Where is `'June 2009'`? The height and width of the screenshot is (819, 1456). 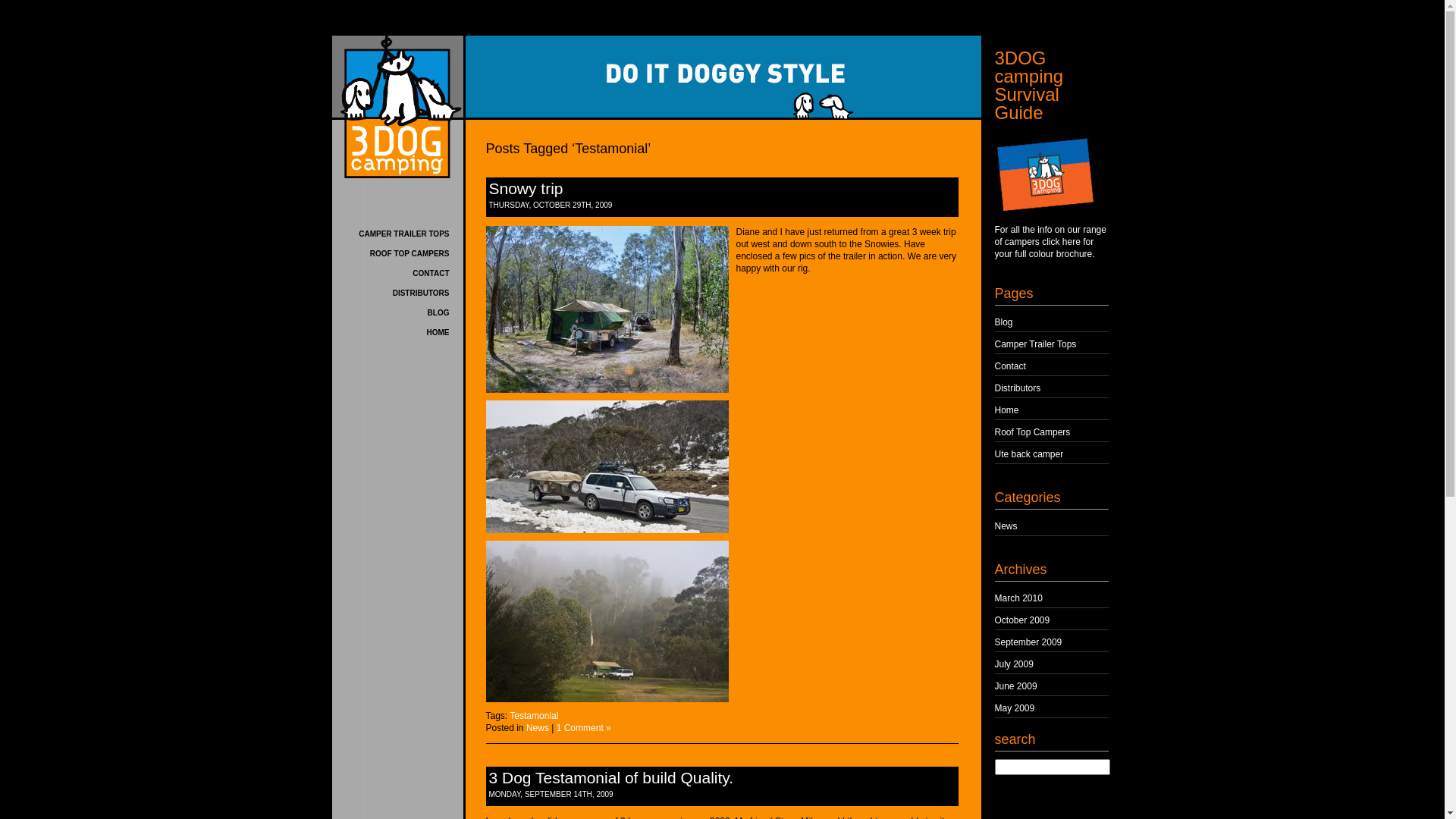
'June 2009' is located at coordinates (1015, 686).